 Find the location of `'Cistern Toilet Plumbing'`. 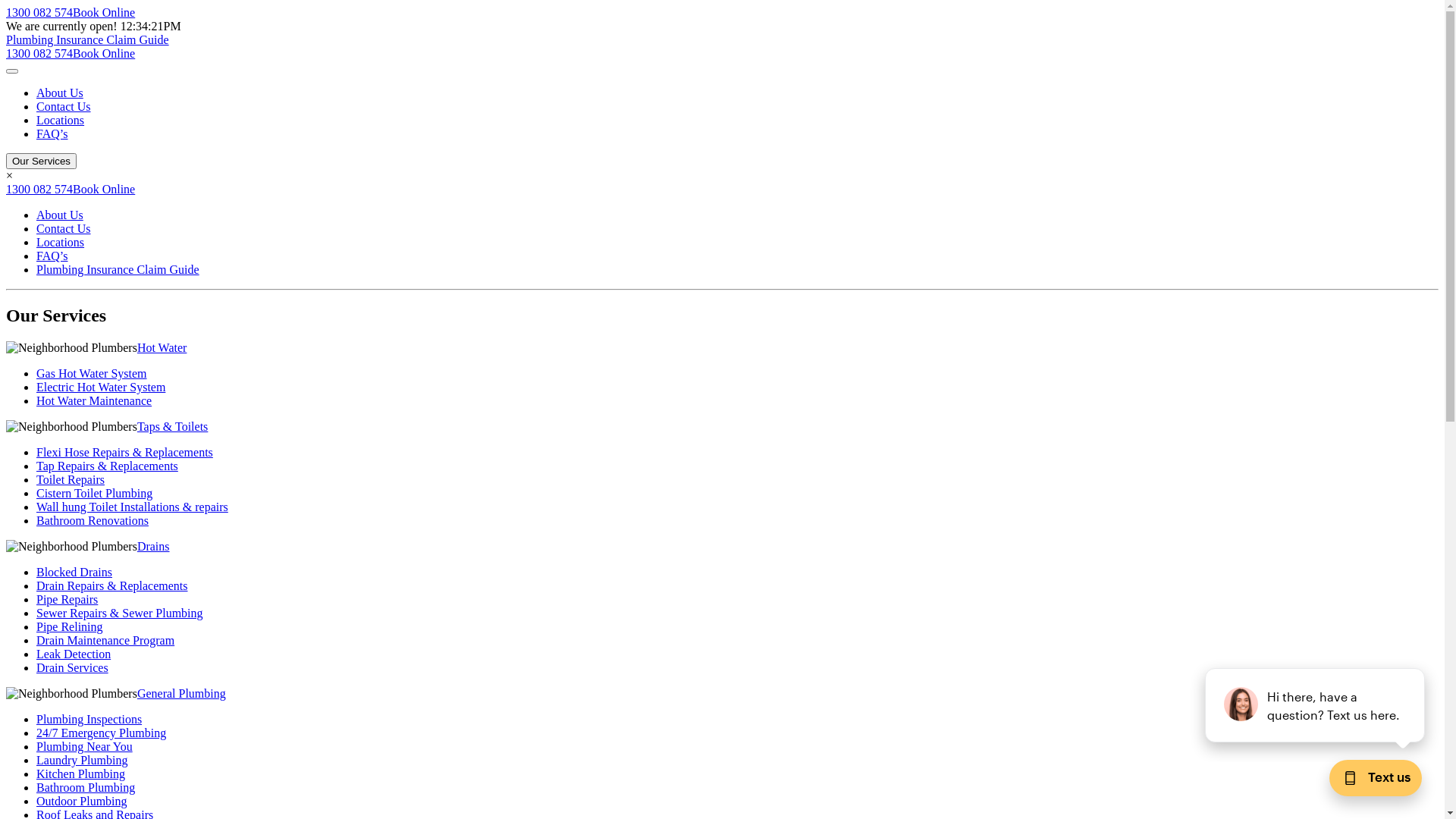

'Cistern Toilet Plumbing' is located at coordinates (93, 493).